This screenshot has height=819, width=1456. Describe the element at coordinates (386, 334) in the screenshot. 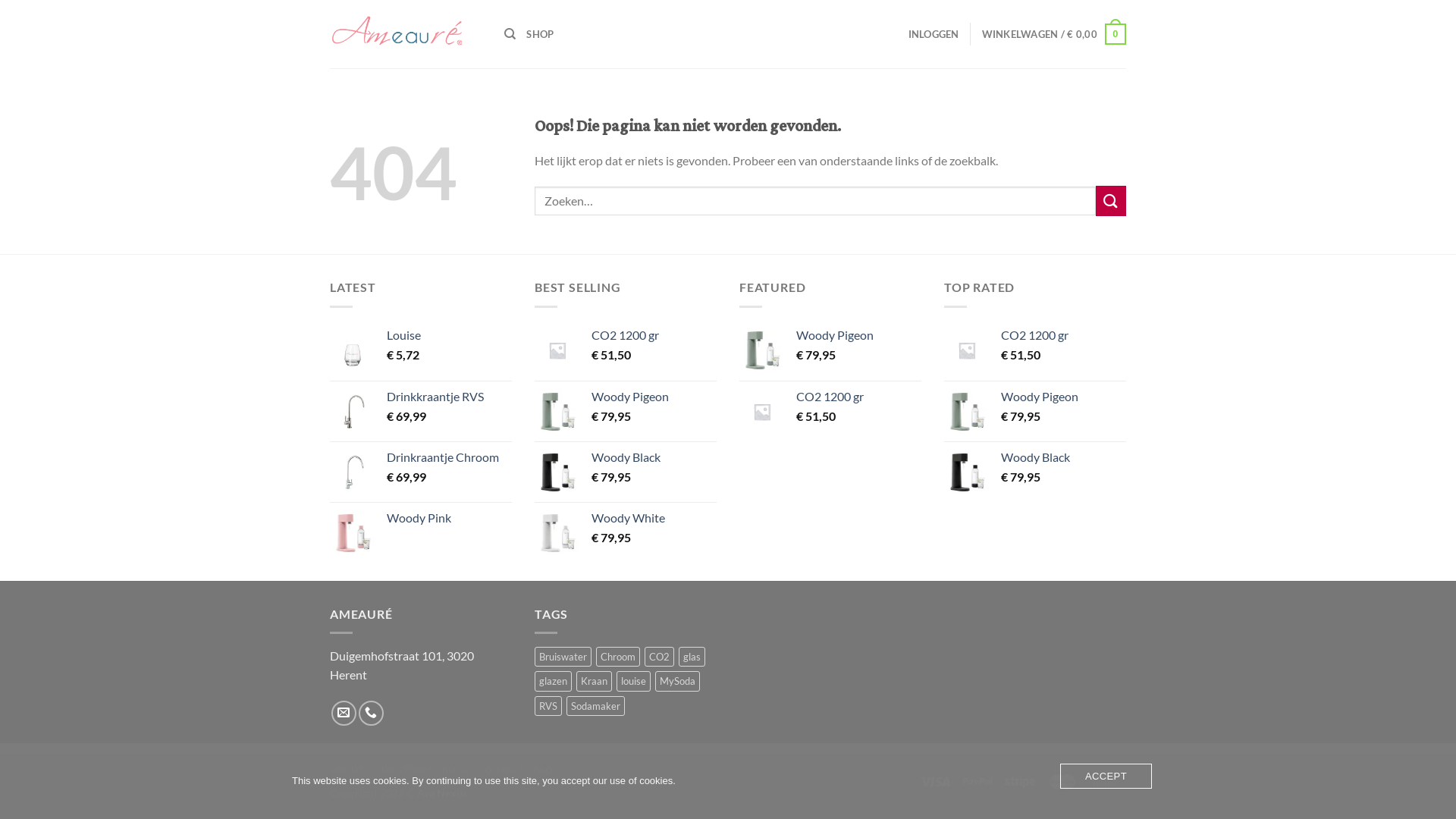

I see `'Louise'` at that location.